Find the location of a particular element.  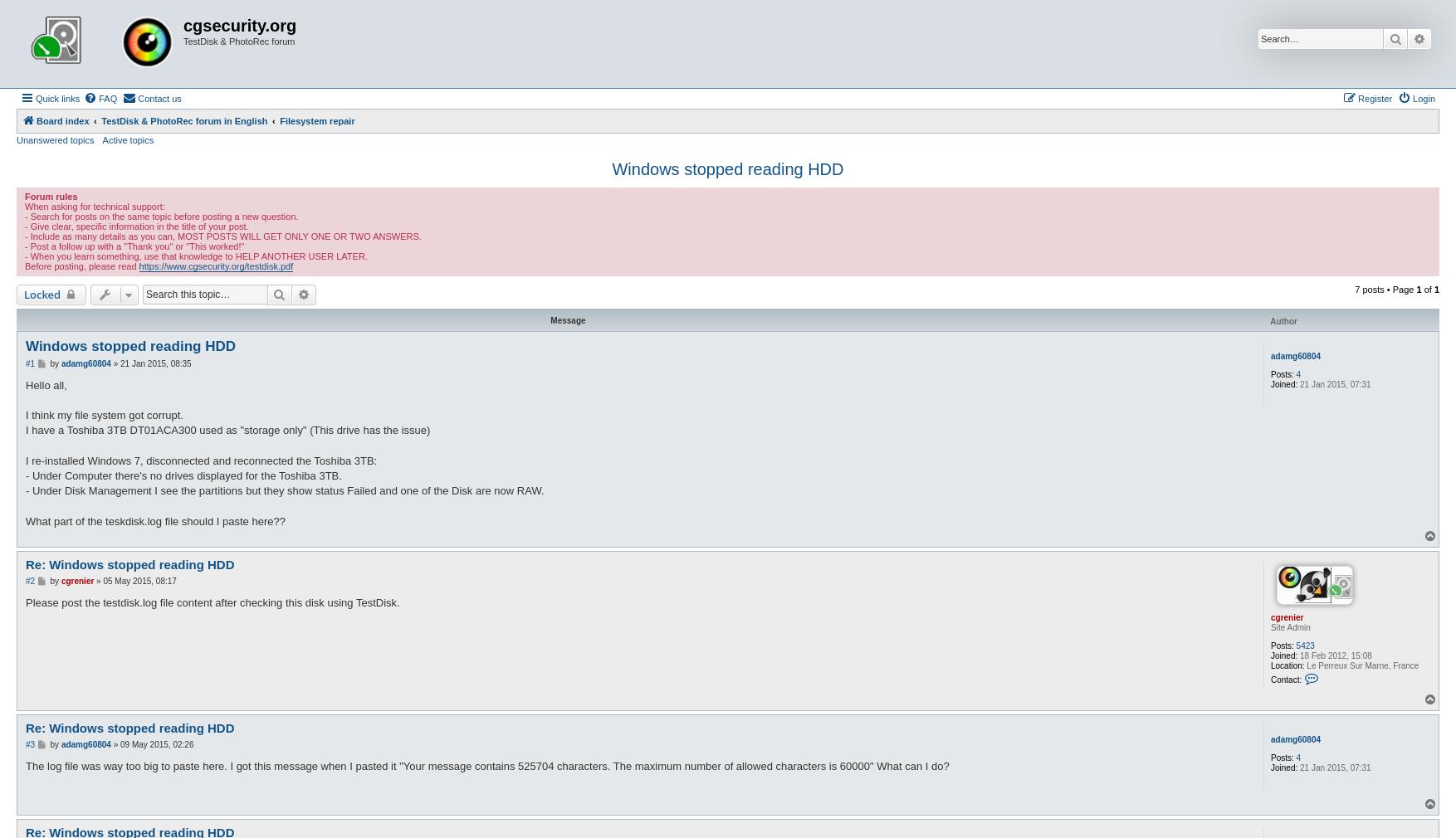

'Login' is located at coordinates (1412, 97).